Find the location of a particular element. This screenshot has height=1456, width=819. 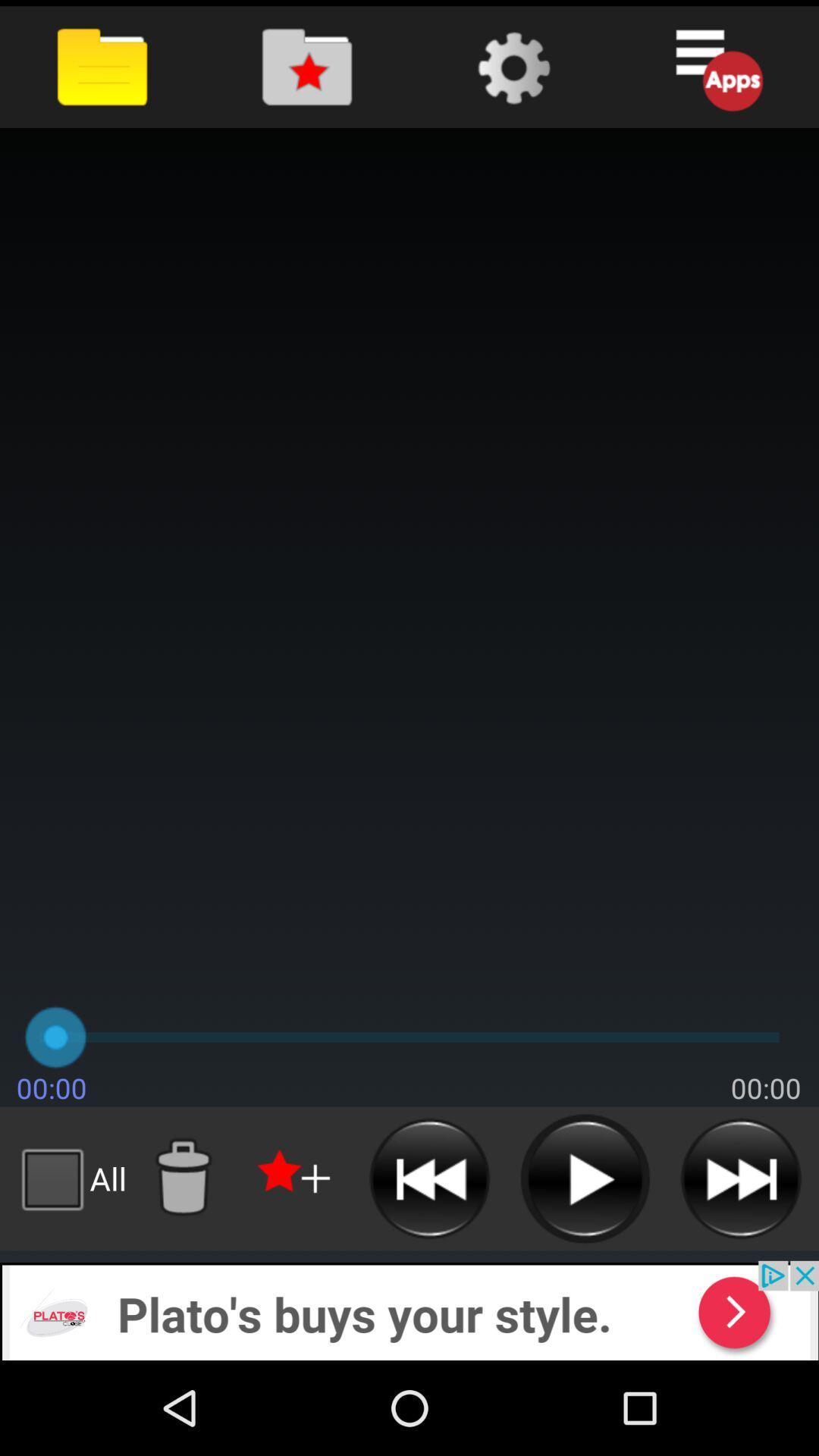

advertisement is located at coordinates (409, 1310).